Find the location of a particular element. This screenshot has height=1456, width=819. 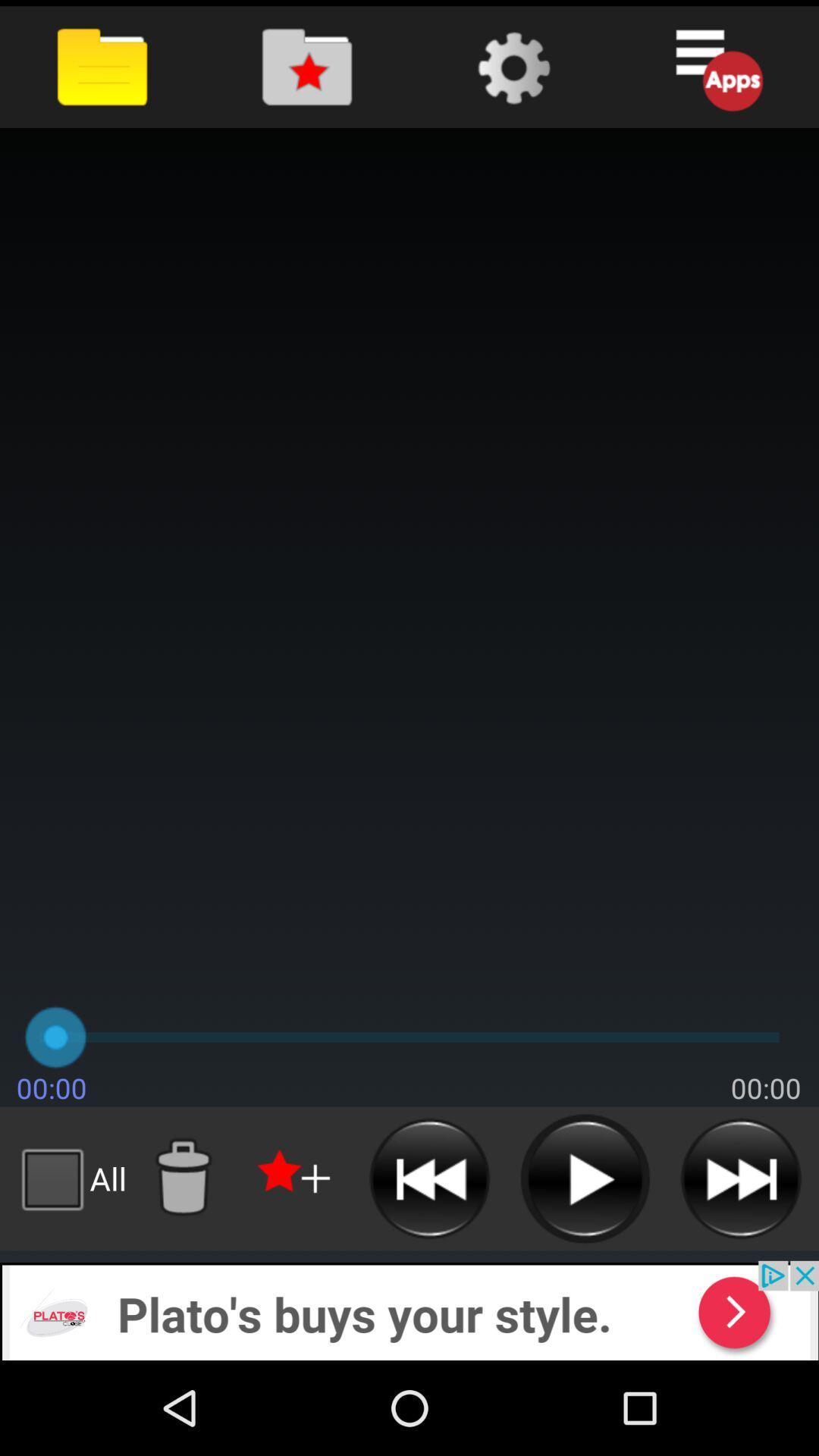

advertisement is located at coordinates (409, 1310).